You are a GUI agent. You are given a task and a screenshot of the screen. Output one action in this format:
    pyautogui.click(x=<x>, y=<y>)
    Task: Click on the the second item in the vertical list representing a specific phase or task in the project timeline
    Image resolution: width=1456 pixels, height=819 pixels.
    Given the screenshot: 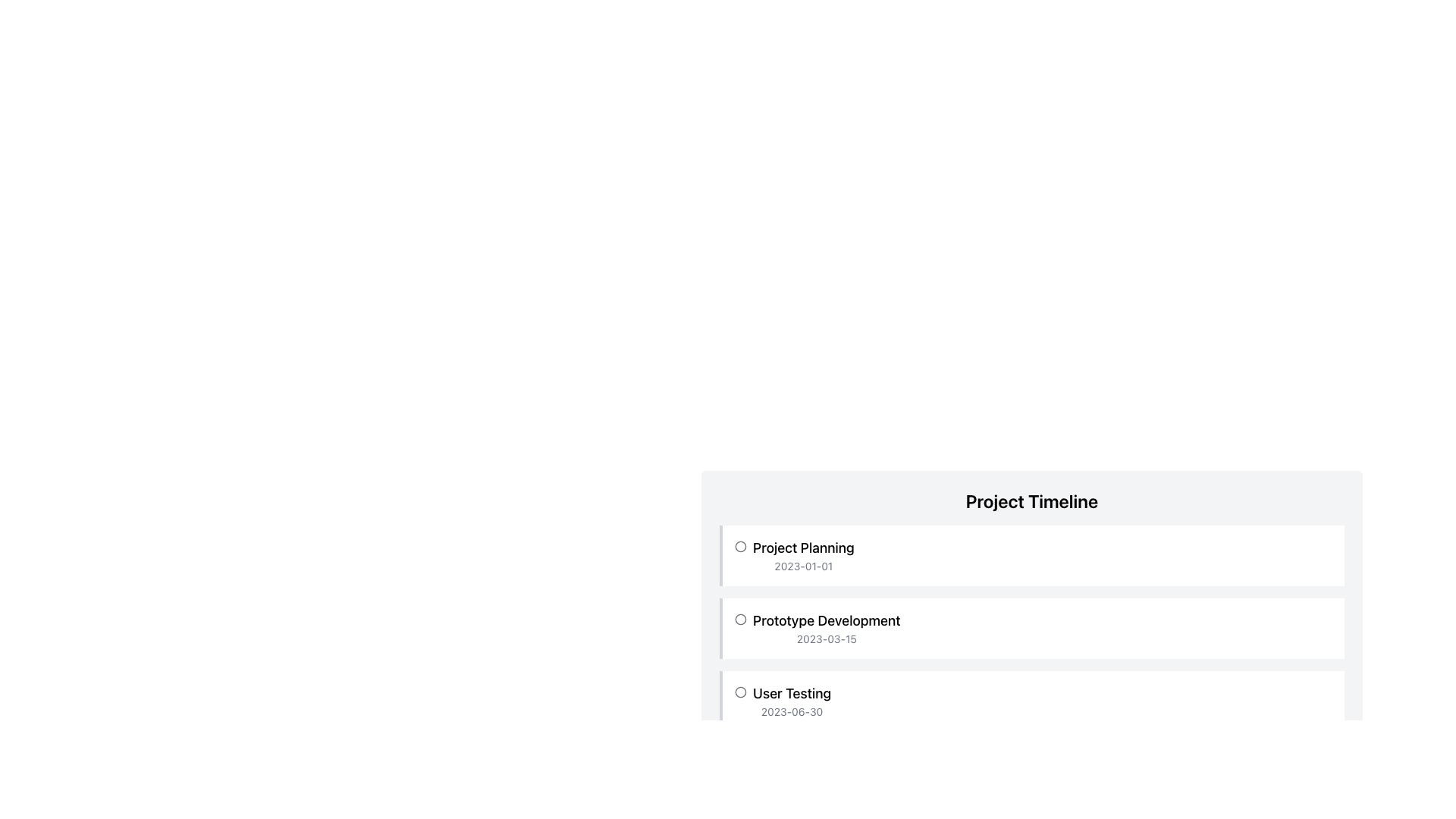 What is the action you would take?
    pyautogui.click(x=1031, y=629)
    